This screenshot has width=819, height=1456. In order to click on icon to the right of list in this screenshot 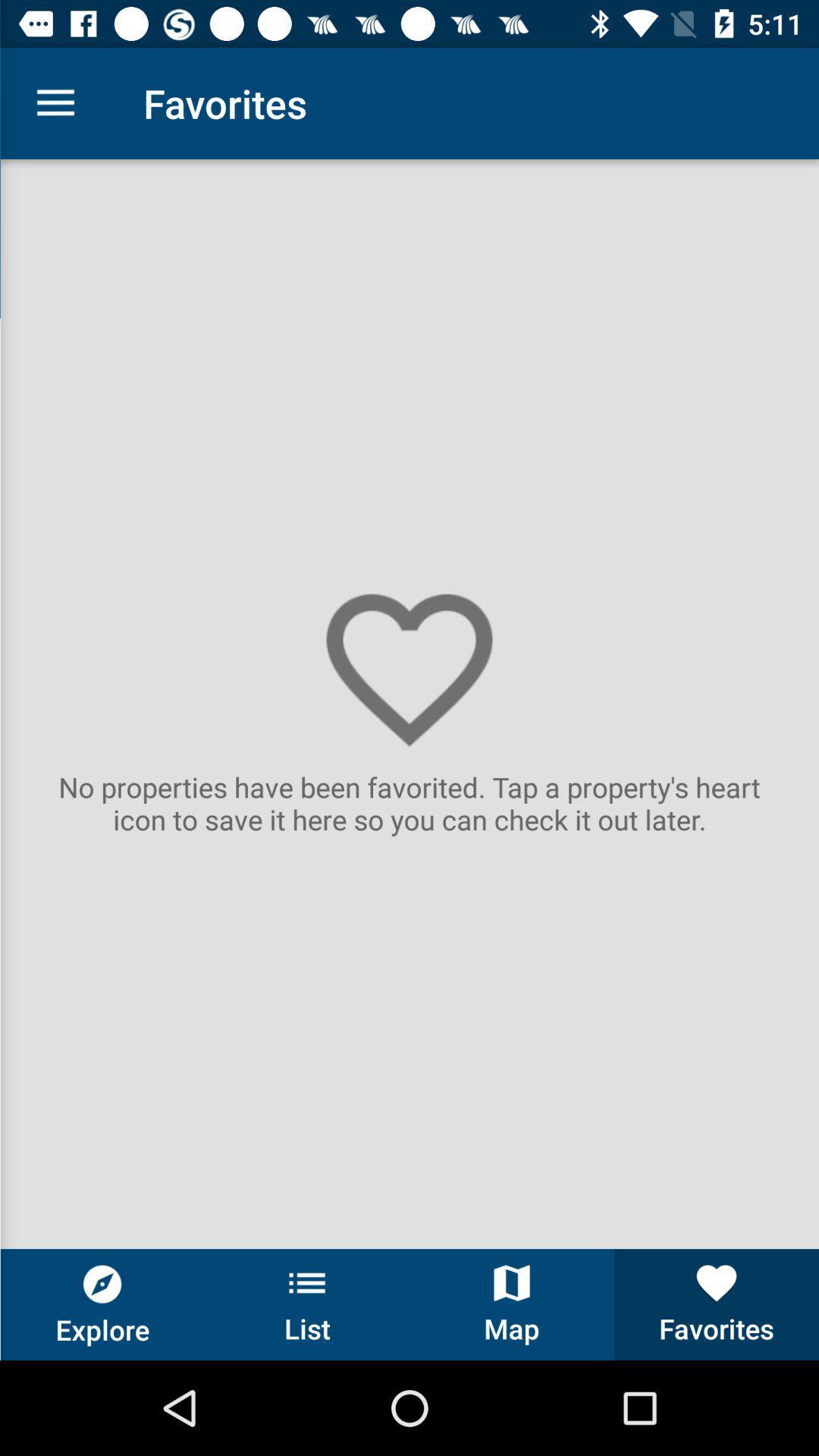, I will do `click(512, 1304)`.